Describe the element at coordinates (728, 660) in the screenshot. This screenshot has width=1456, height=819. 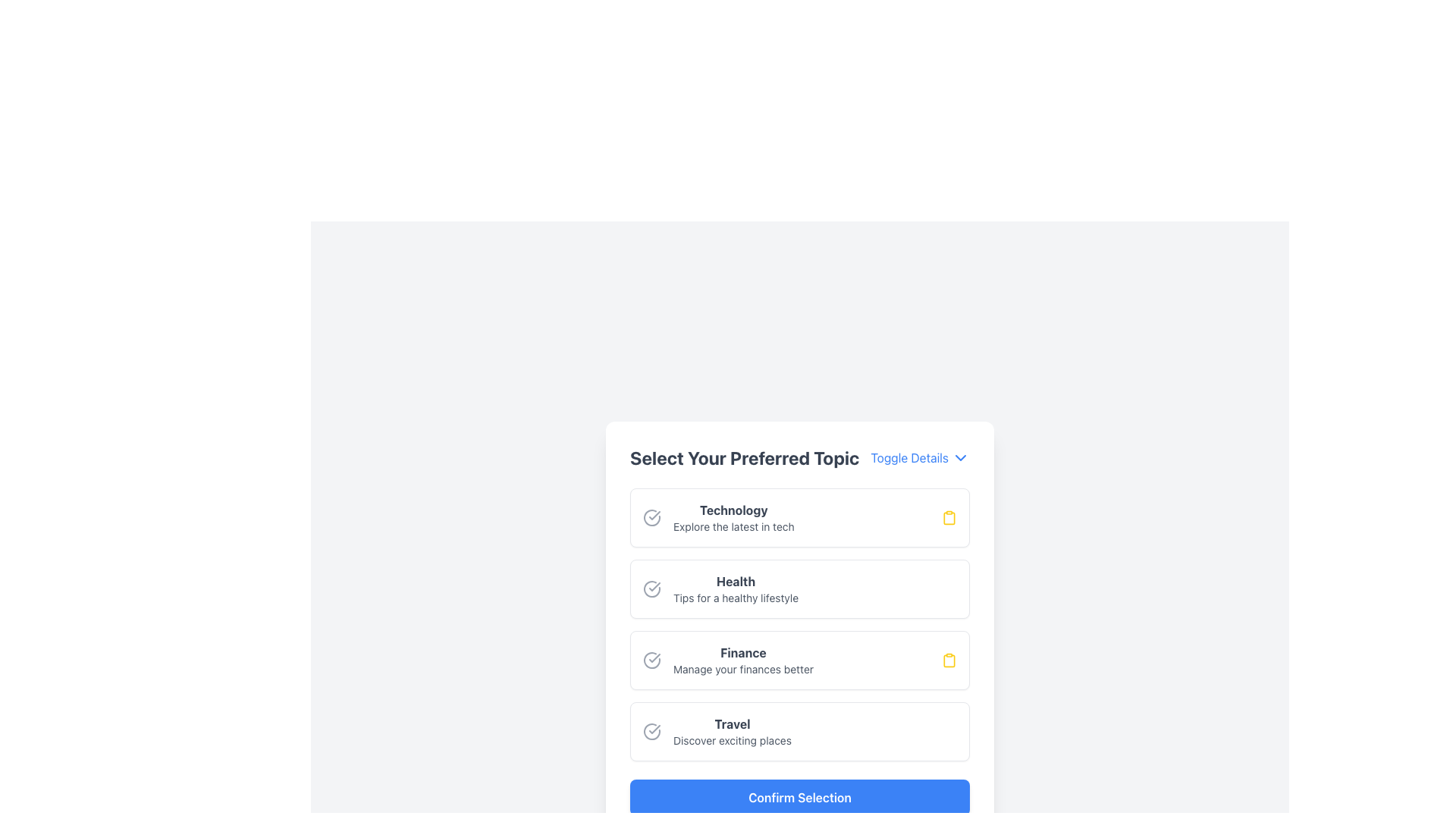
I see `the selectable list item labeled 'Finance'` at that location.